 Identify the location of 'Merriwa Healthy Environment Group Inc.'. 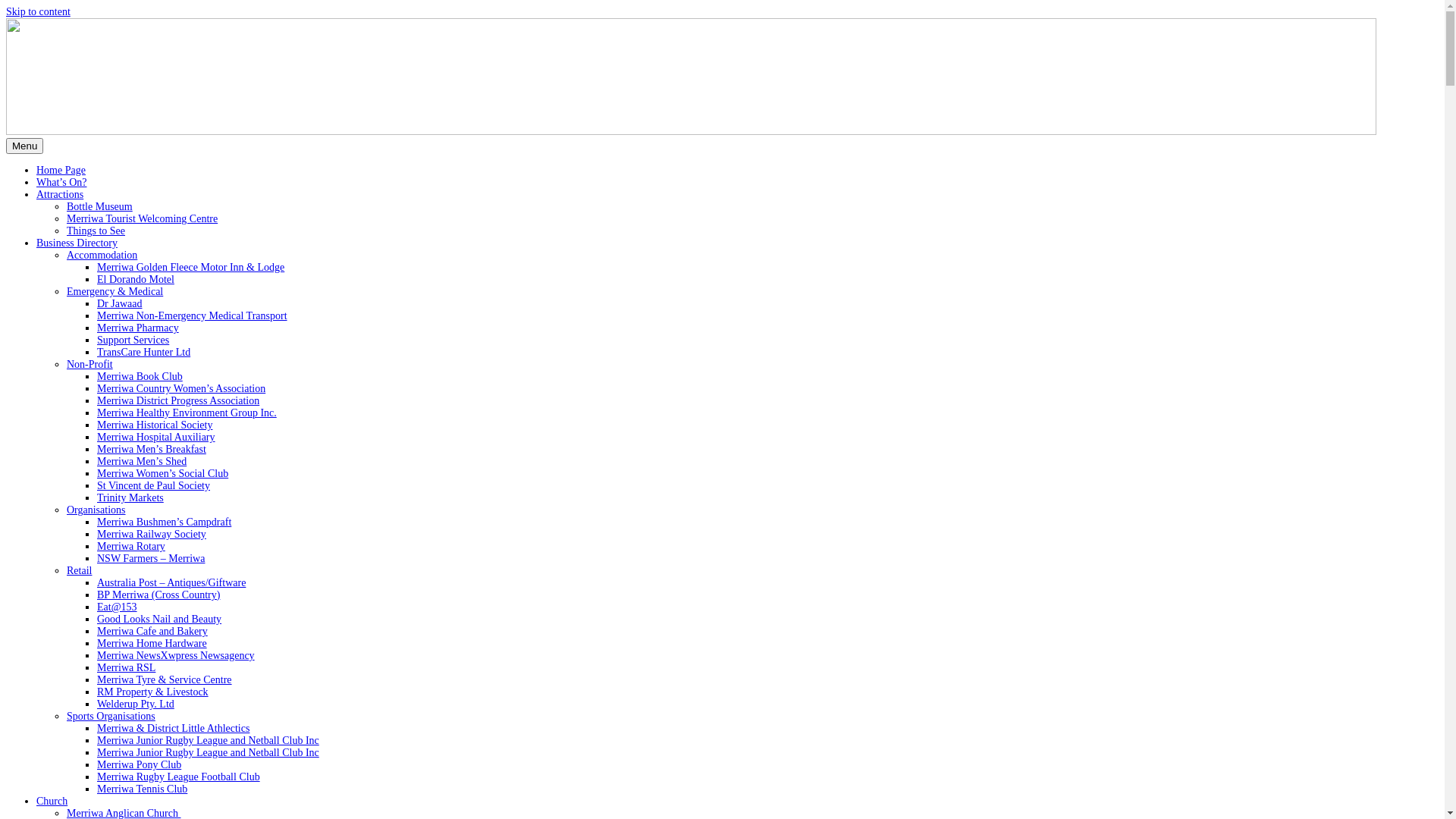
(96, 413).